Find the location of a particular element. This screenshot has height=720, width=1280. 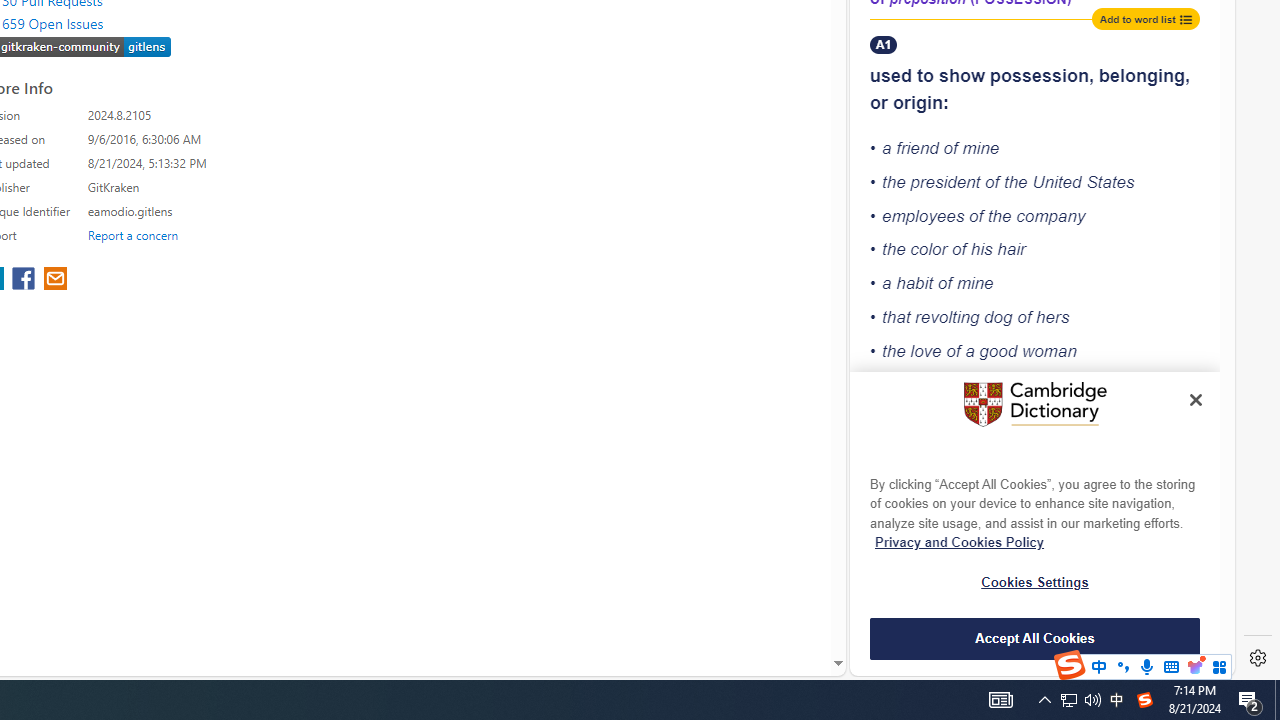

'habit' is located at coordinates (914, 284).